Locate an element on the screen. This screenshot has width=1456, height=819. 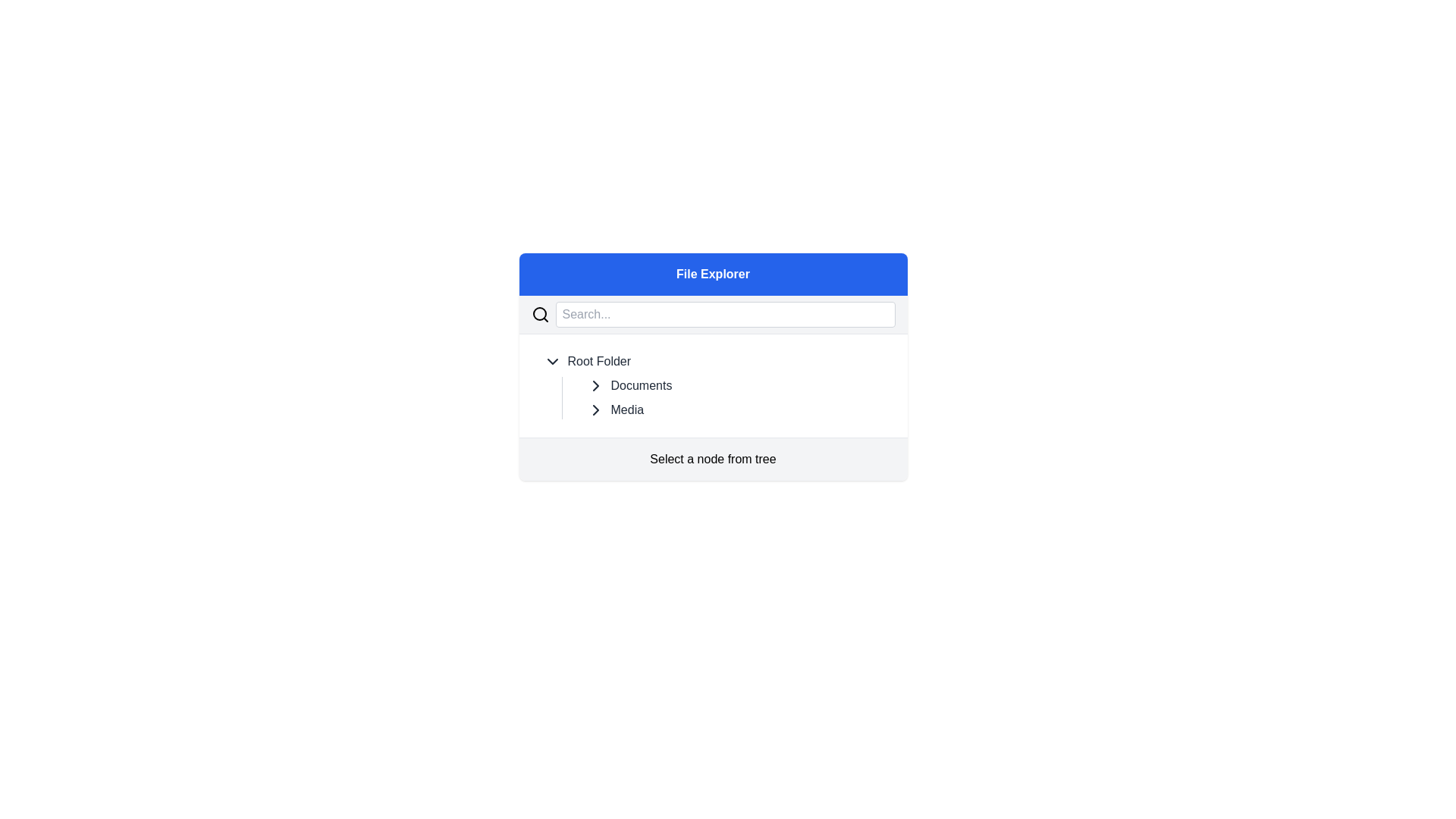
the right-pointing chevron icon located in the 'Media' row of the tree view is located at coordinates (595, 409).